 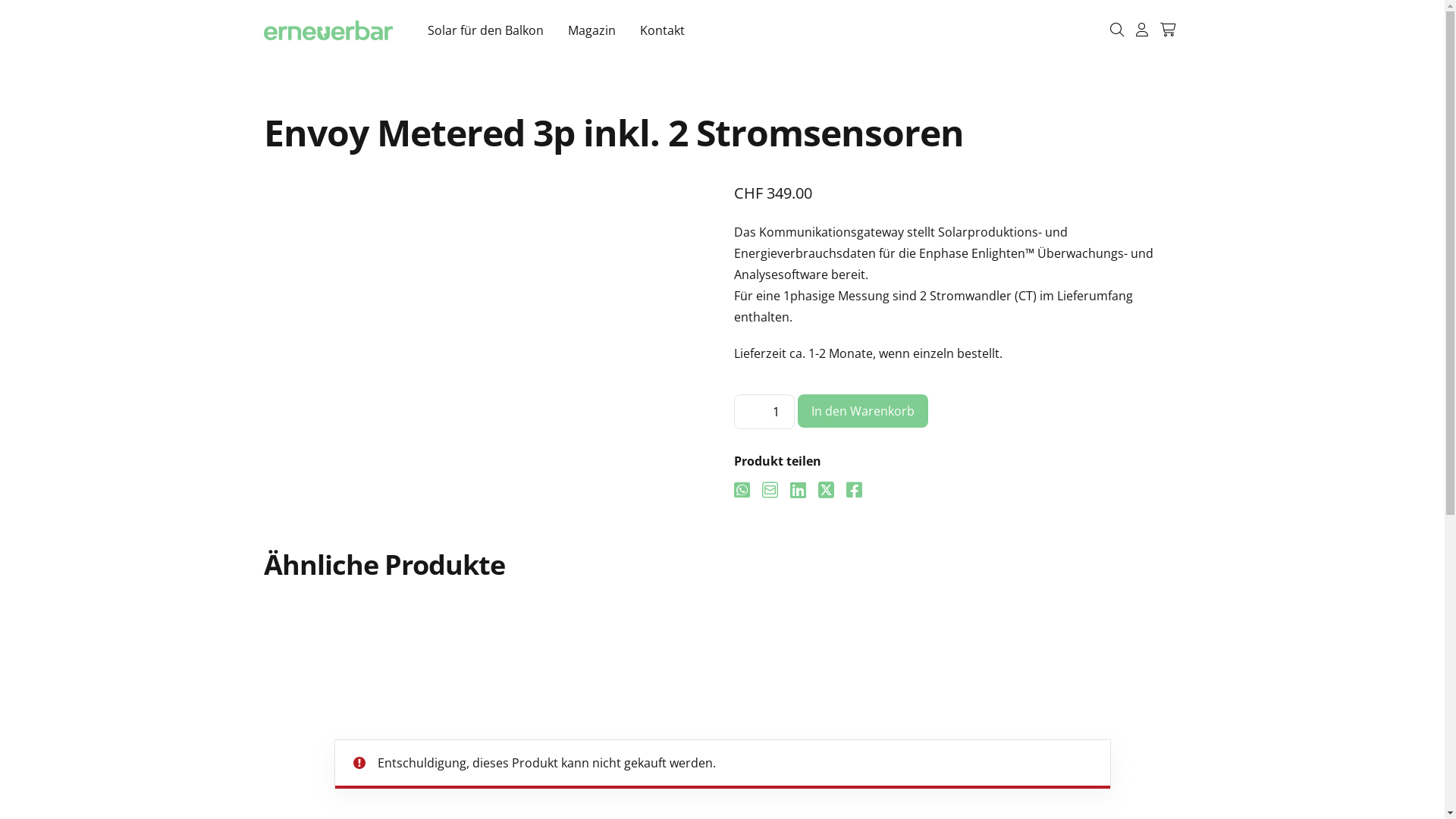 What do you see at coordinates (862, 411) in the screenshot?
I see `'In den Warenkorb'` at bounding box center [862, 411].